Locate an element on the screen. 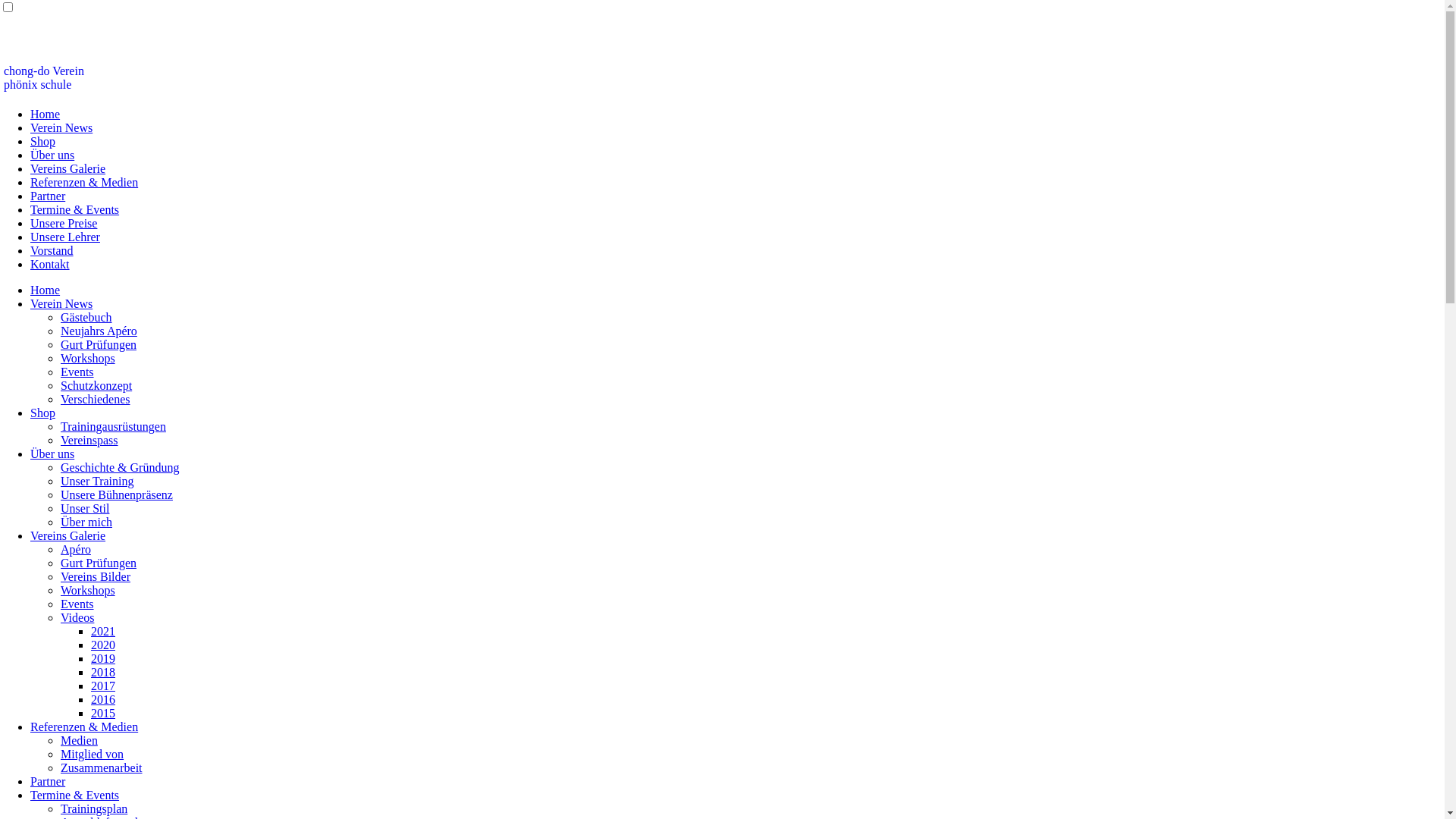 This screenshot has width=1456, height=819. 'Referenzen & Medien' is located at coordinates (30, 181).